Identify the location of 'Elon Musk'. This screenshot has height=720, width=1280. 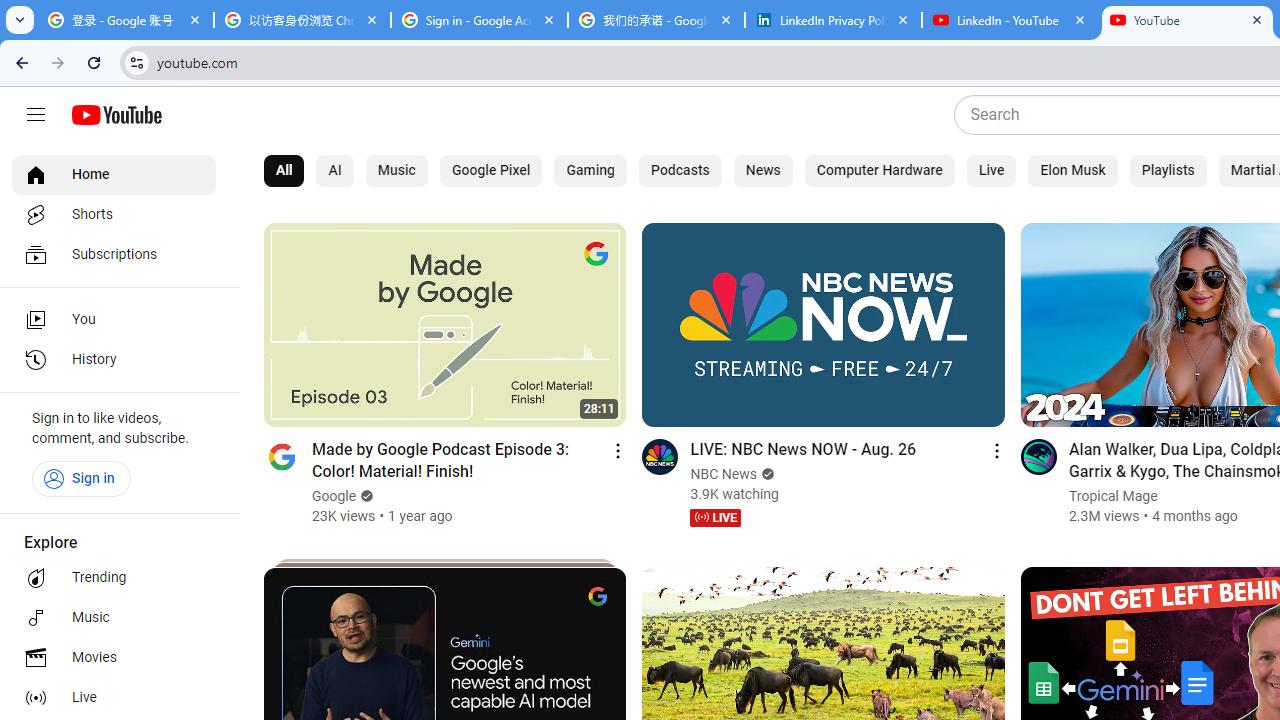
(1071, 170).